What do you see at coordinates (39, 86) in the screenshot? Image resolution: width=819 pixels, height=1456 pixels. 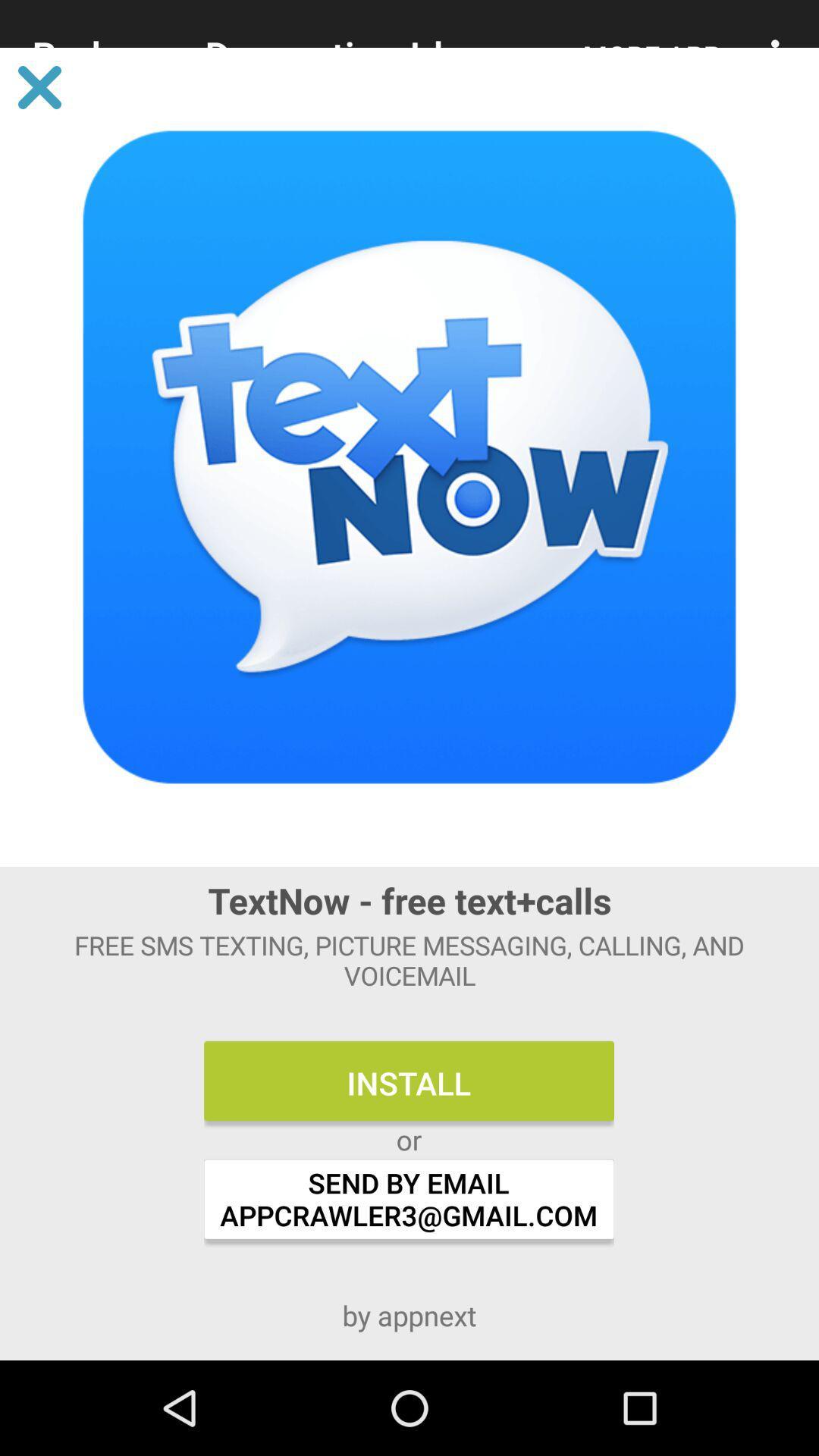 I see `the close icon` at bounding box center [39, 86].